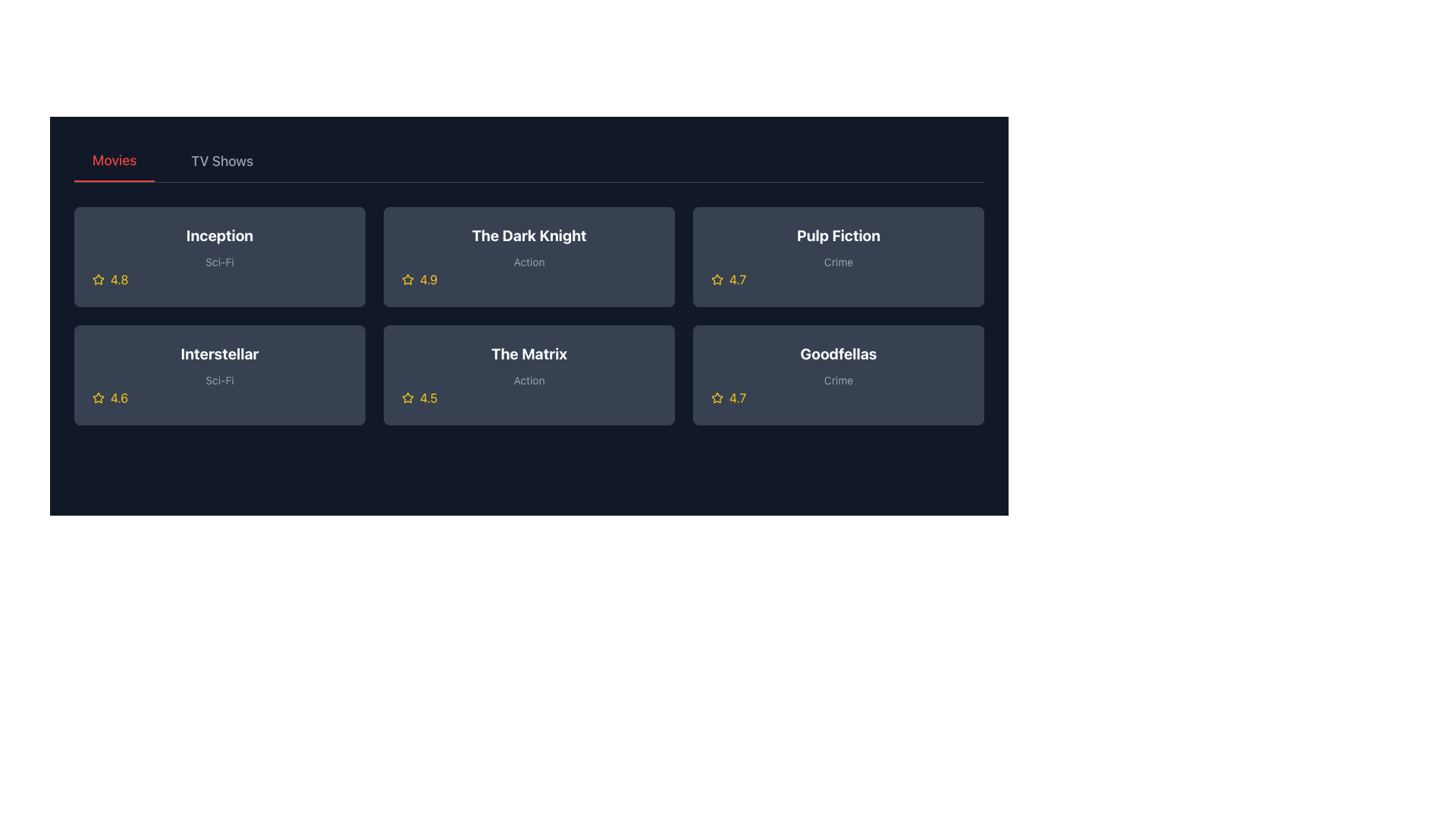 The width and height of the screenshot is (1456, 819). I want to click on the text label displaying the title 'Goodfellas', located inside the last card of the bottom row in a grid layout, positioned above the text 'Crime', so click(837, 353).